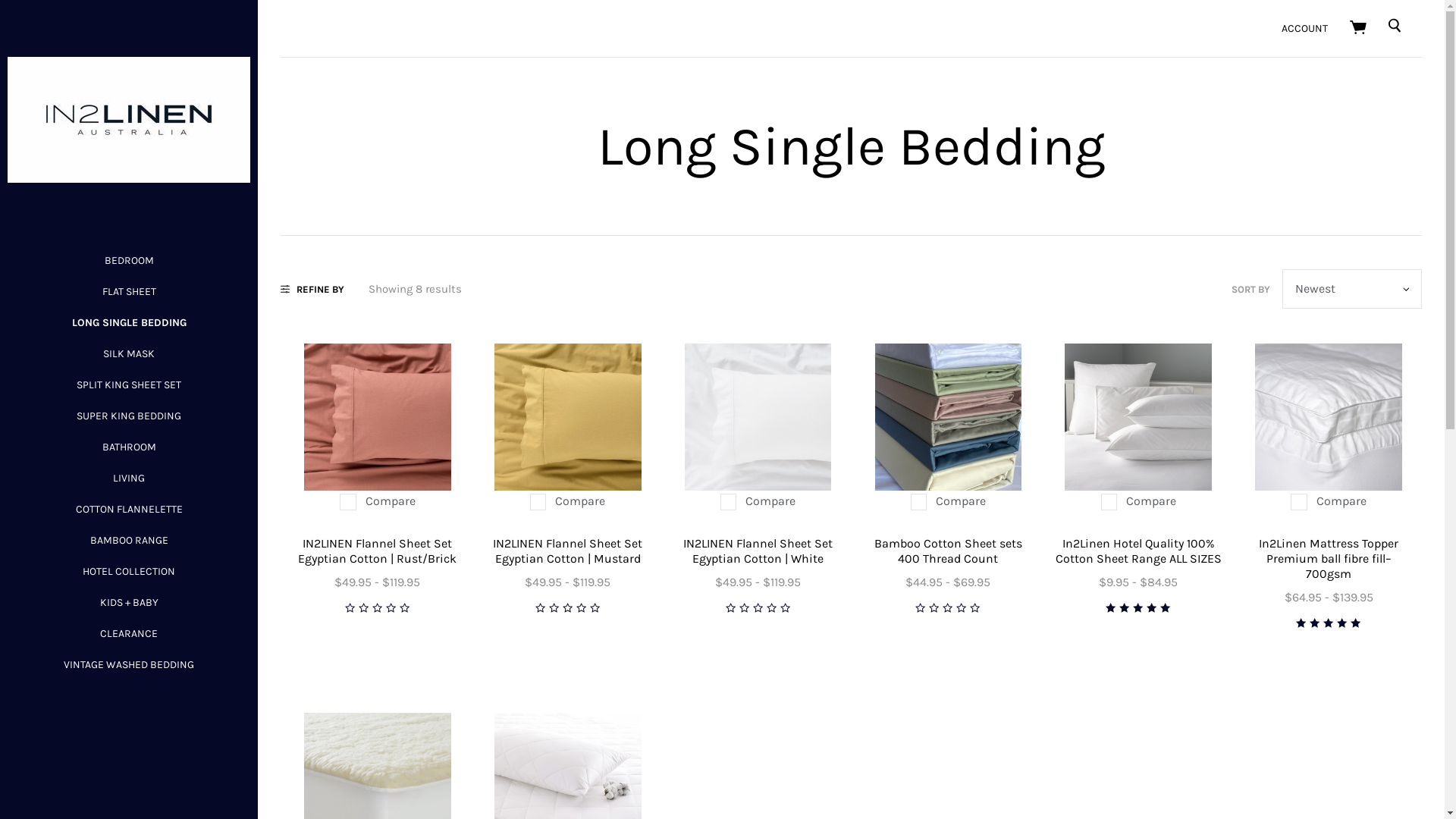  What do you see at coordinates (128, 571) in the screenshot?
I see `'HOTEL COLLECTION'` at bounding box center [128, 571].